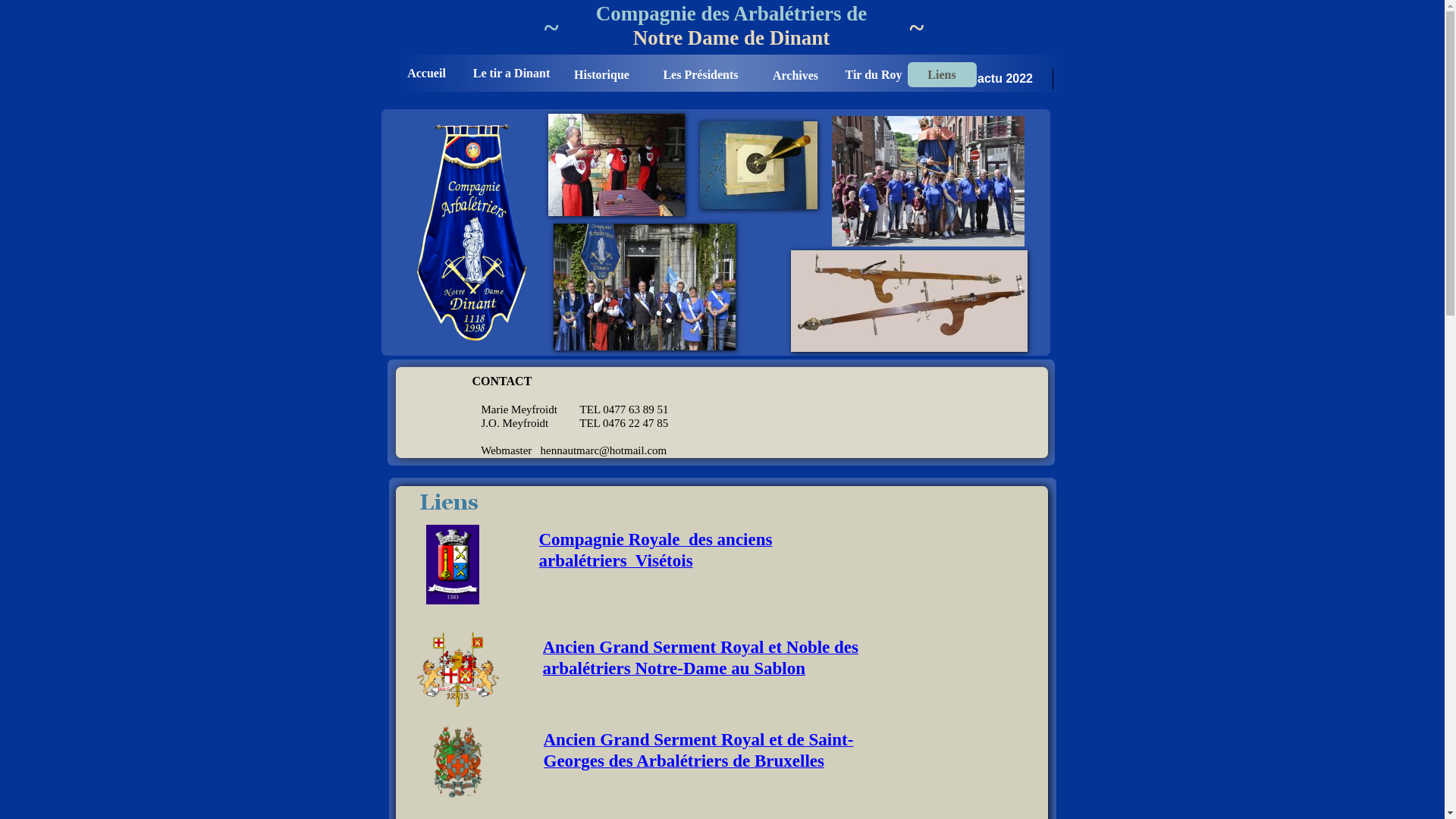  What do you see at coordinates (873, 74) in the screenshot?
I see `'Tir du Roy'` at bounding box center [873, 74].